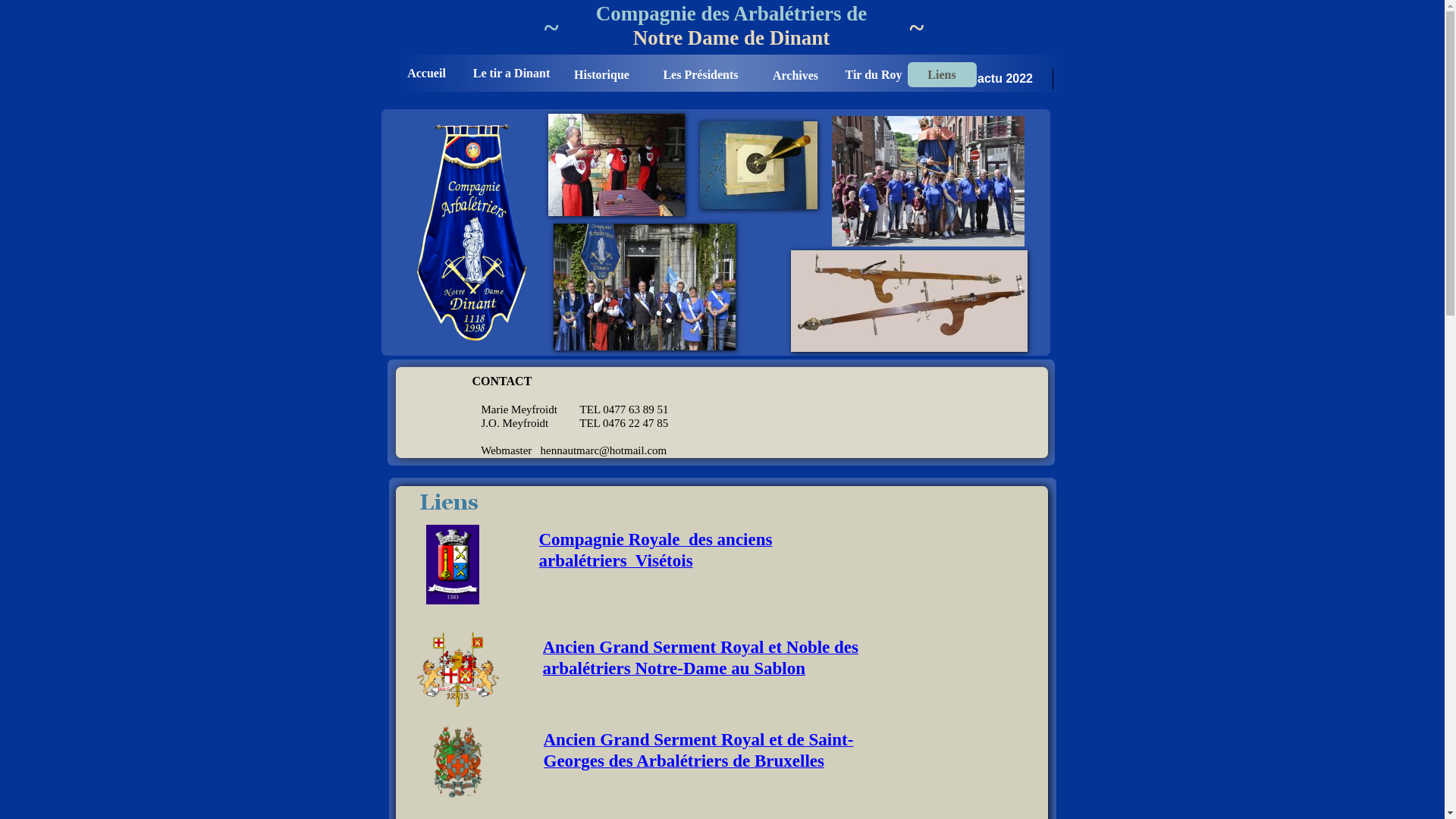  What do you see at coordinates (873, 74) in the screenshot?
I see `'Tir du Roy'` at bounding box center [873, 74].